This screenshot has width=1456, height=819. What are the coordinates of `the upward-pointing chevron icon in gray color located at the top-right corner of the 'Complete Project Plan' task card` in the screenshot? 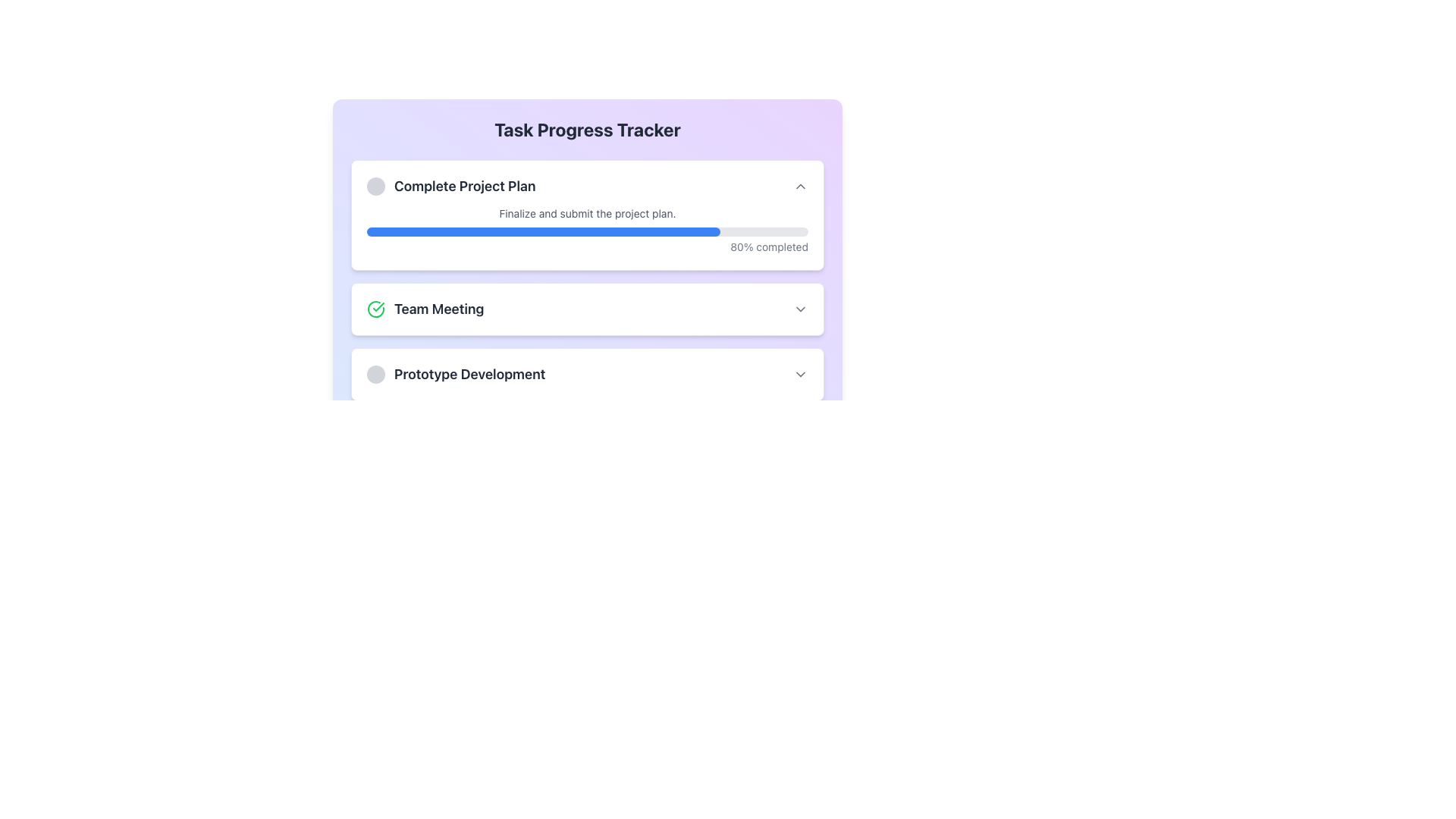 It's located at (800, 186).